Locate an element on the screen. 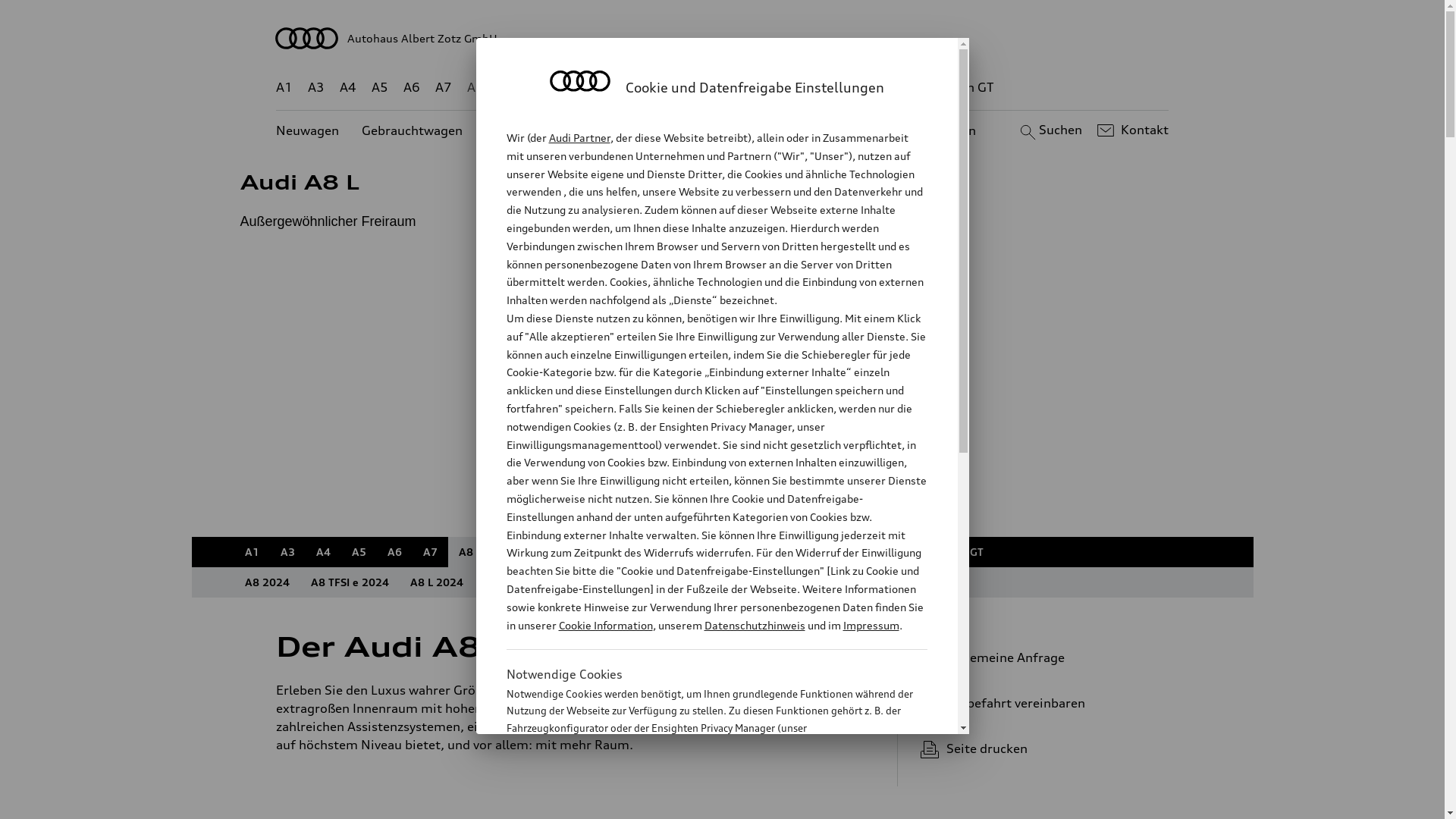 Image resolution: width=1456 pixels, height=819 pixels. 'Kontakt' is located at coordinates (1131, 130).